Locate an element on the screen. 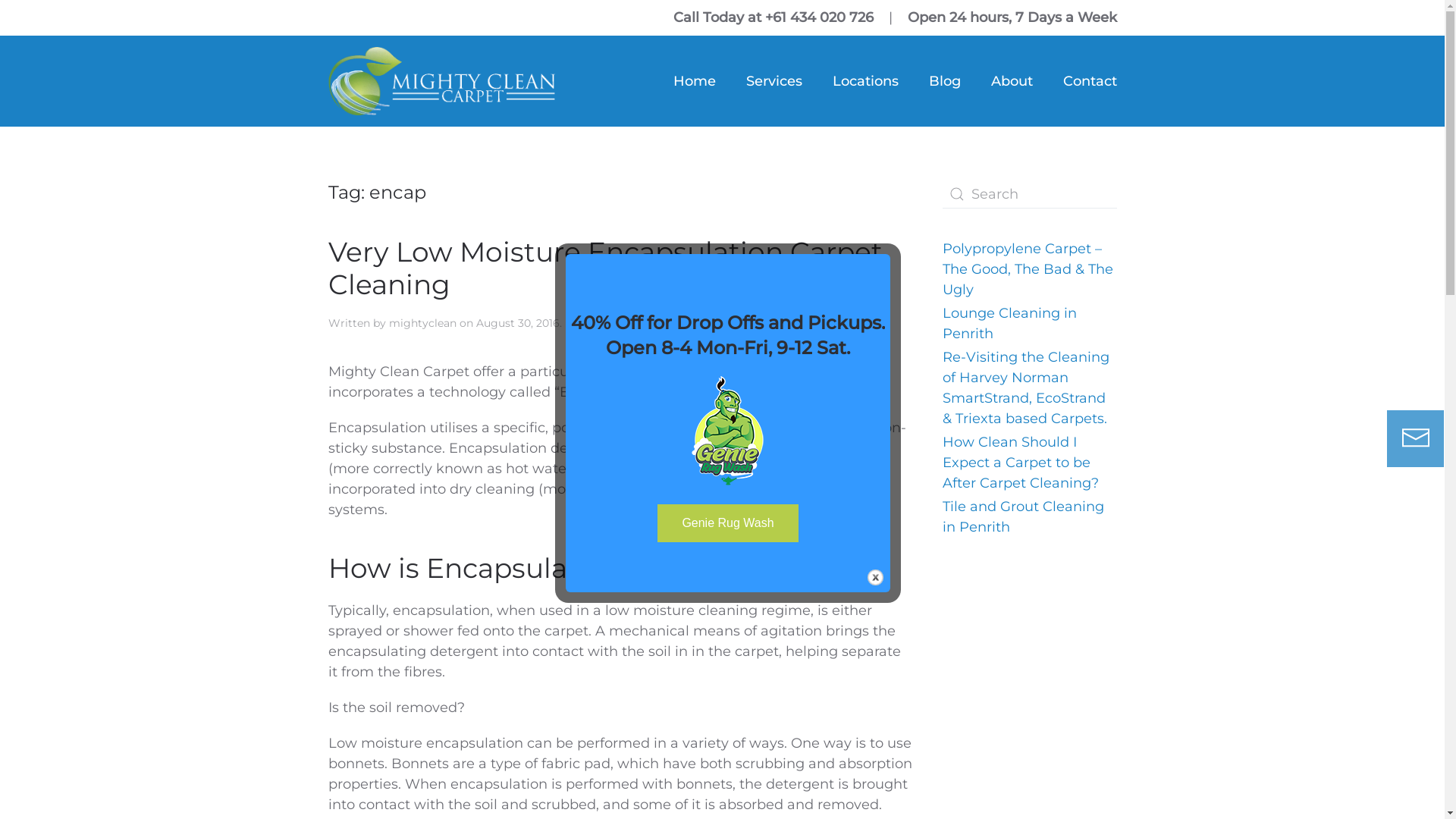 The image size is (1456, 819). 'Genie Rug Wash' is located at coordinates (726, 522).